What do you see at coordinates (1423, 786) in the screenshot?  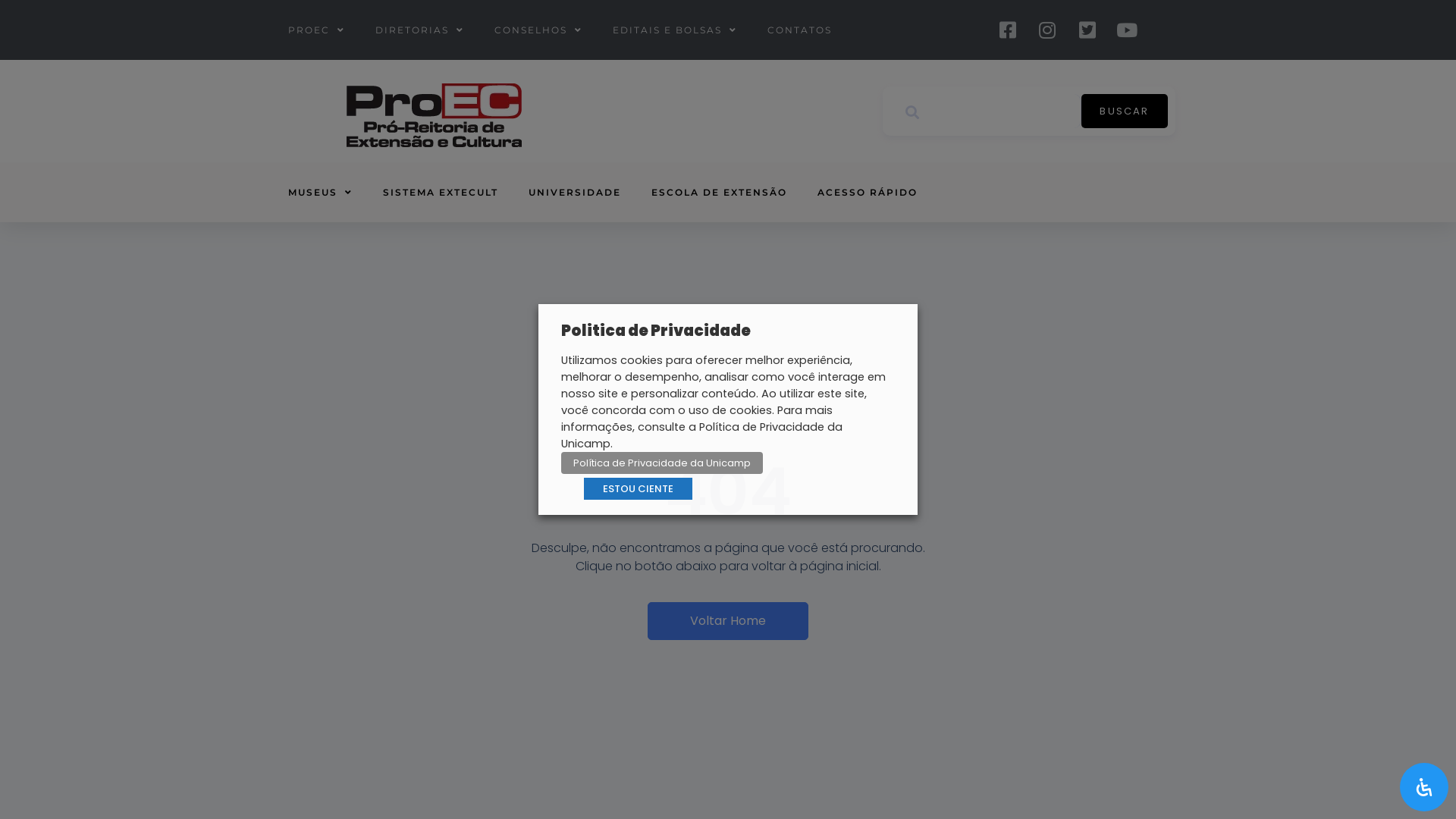 I see `'Acessibilidade'` at bounding box center [1423, 786].